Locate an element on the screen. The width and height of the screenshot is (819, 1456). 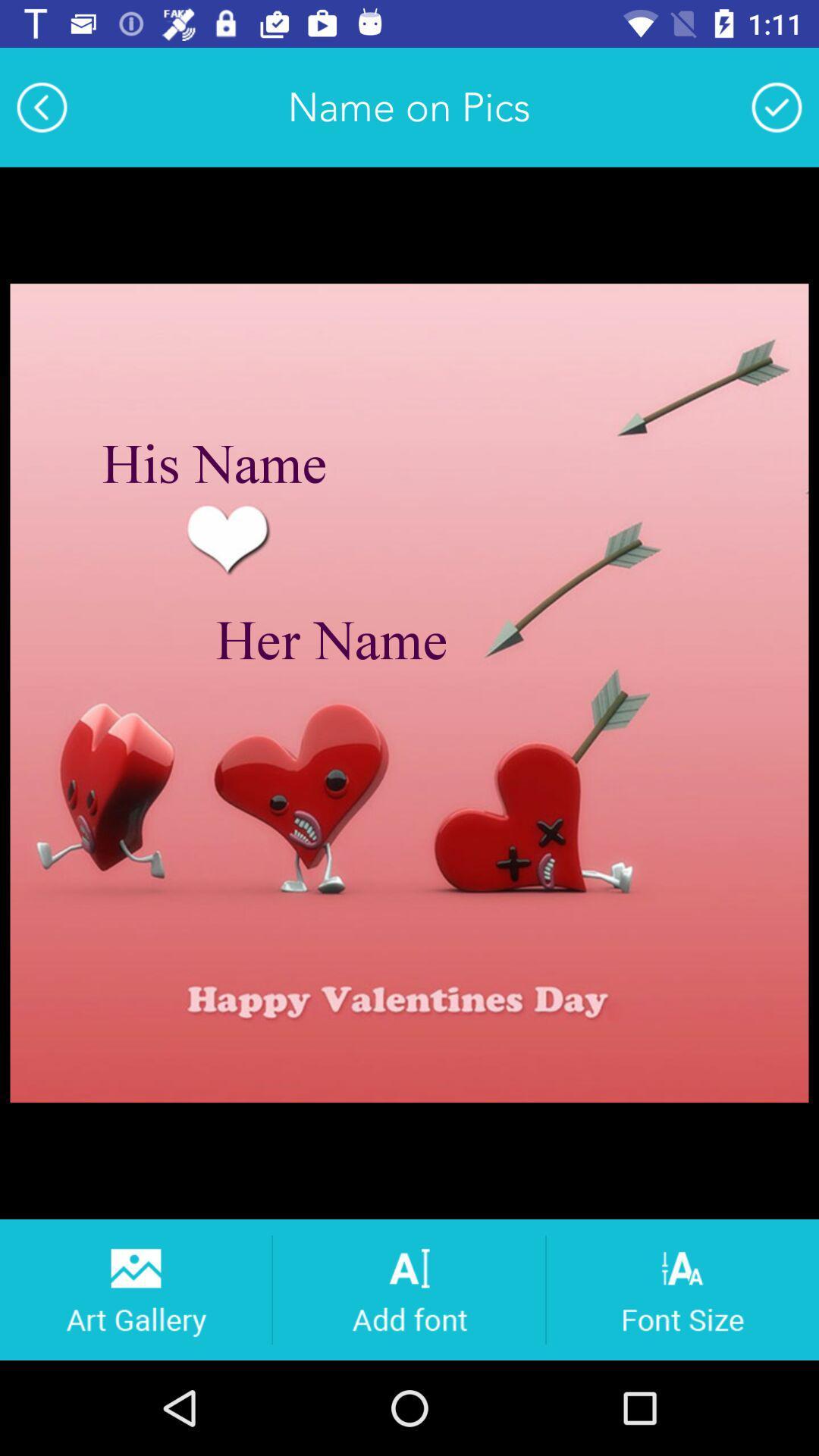
the font icon is located at coordinates (408, 1288).